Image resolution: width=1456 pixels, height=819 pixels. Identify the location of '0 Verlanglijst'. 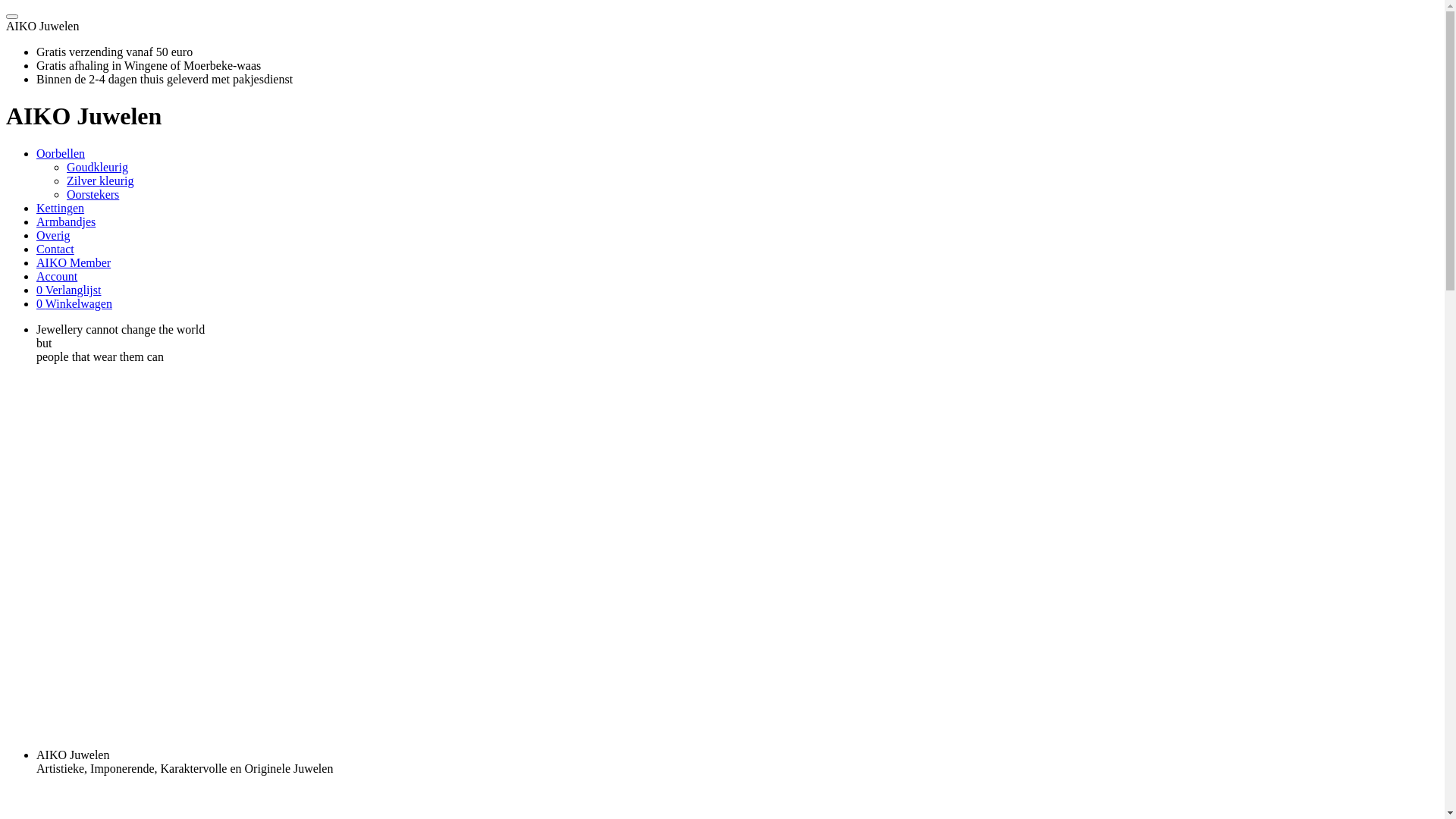
(67, 290).